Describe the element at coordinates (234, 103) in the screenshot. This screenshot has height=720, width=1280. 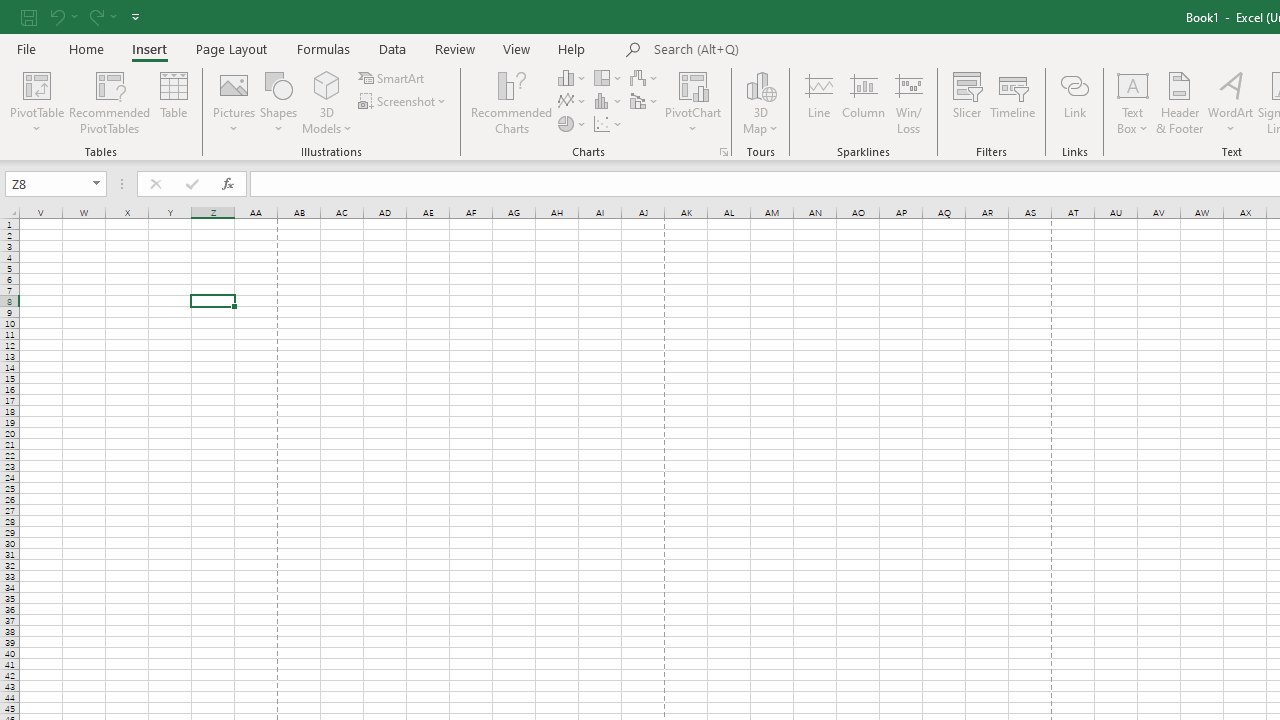
I see `'Pictures'` at that location.